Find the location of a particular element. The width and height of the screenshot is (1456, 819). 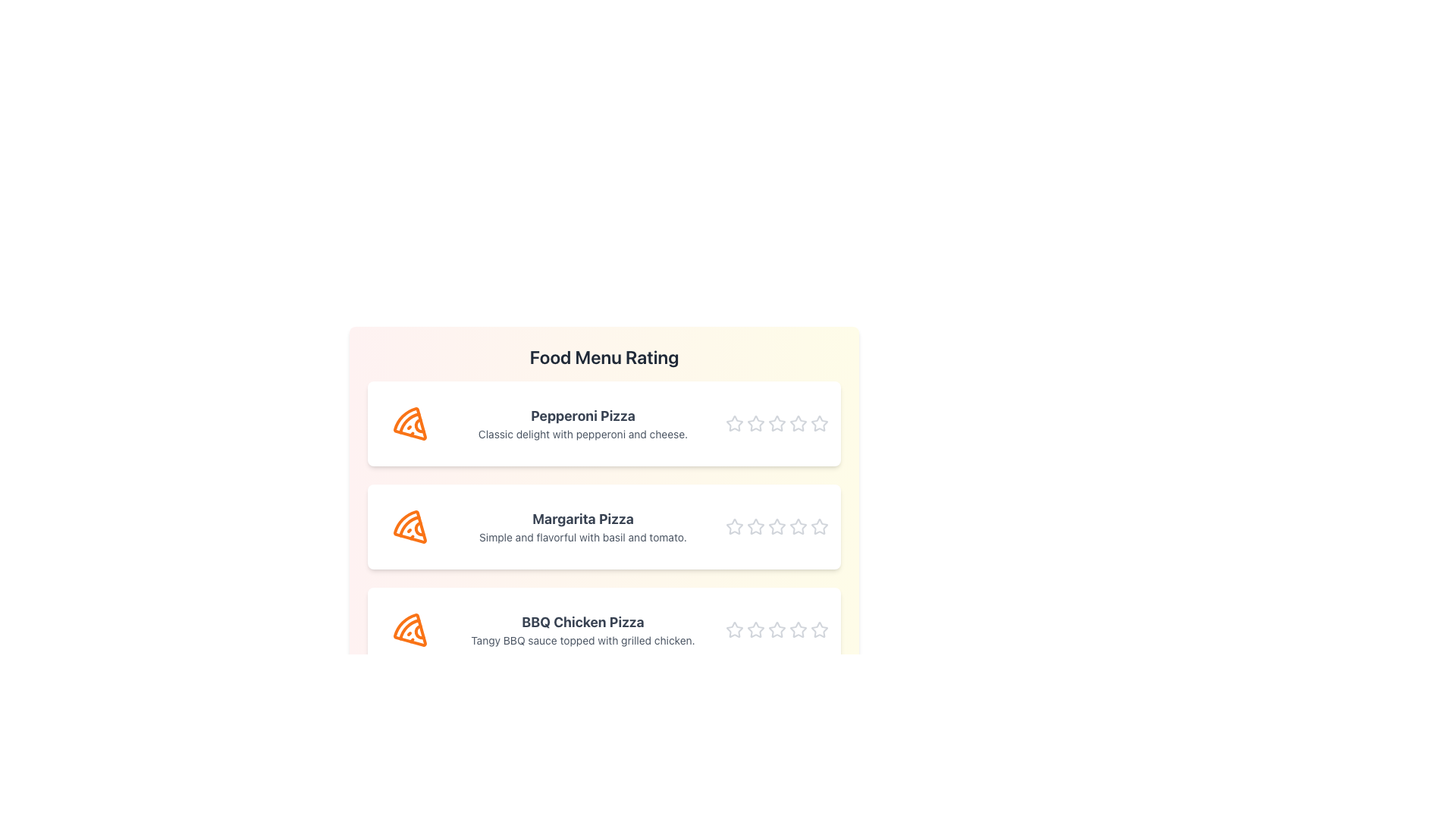

the second star in the five-star rating system for the 'Pepperoni Pizza' item is located at coordinates (756, 423).